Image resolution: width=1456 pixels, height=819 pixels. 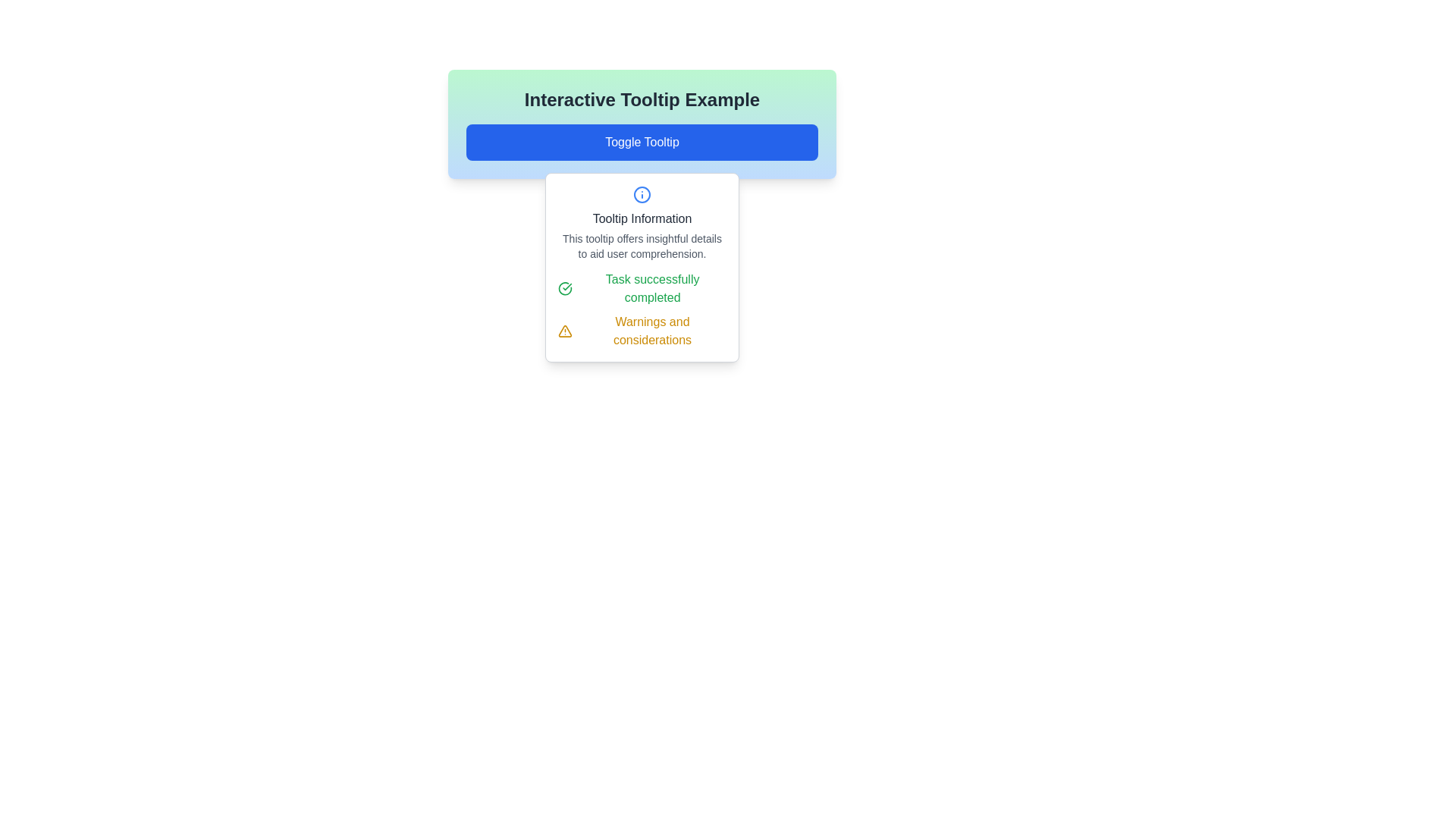 I want to click on warning content displayed in the Text with Icon located below the 'Task successfully completed' section in the tooltip, so click(x=642, y=330).